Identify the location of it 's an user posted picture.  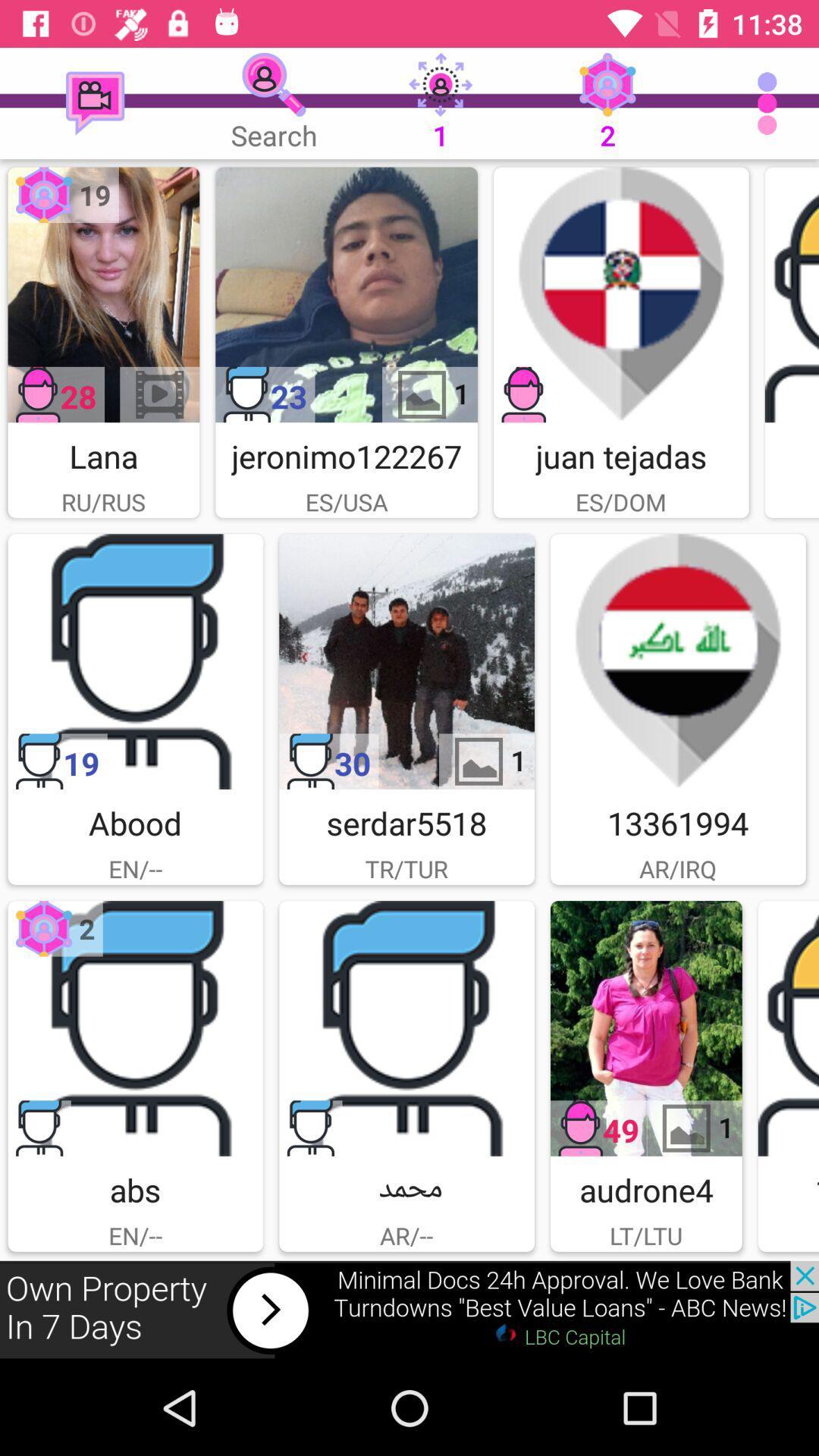
(791, 294).